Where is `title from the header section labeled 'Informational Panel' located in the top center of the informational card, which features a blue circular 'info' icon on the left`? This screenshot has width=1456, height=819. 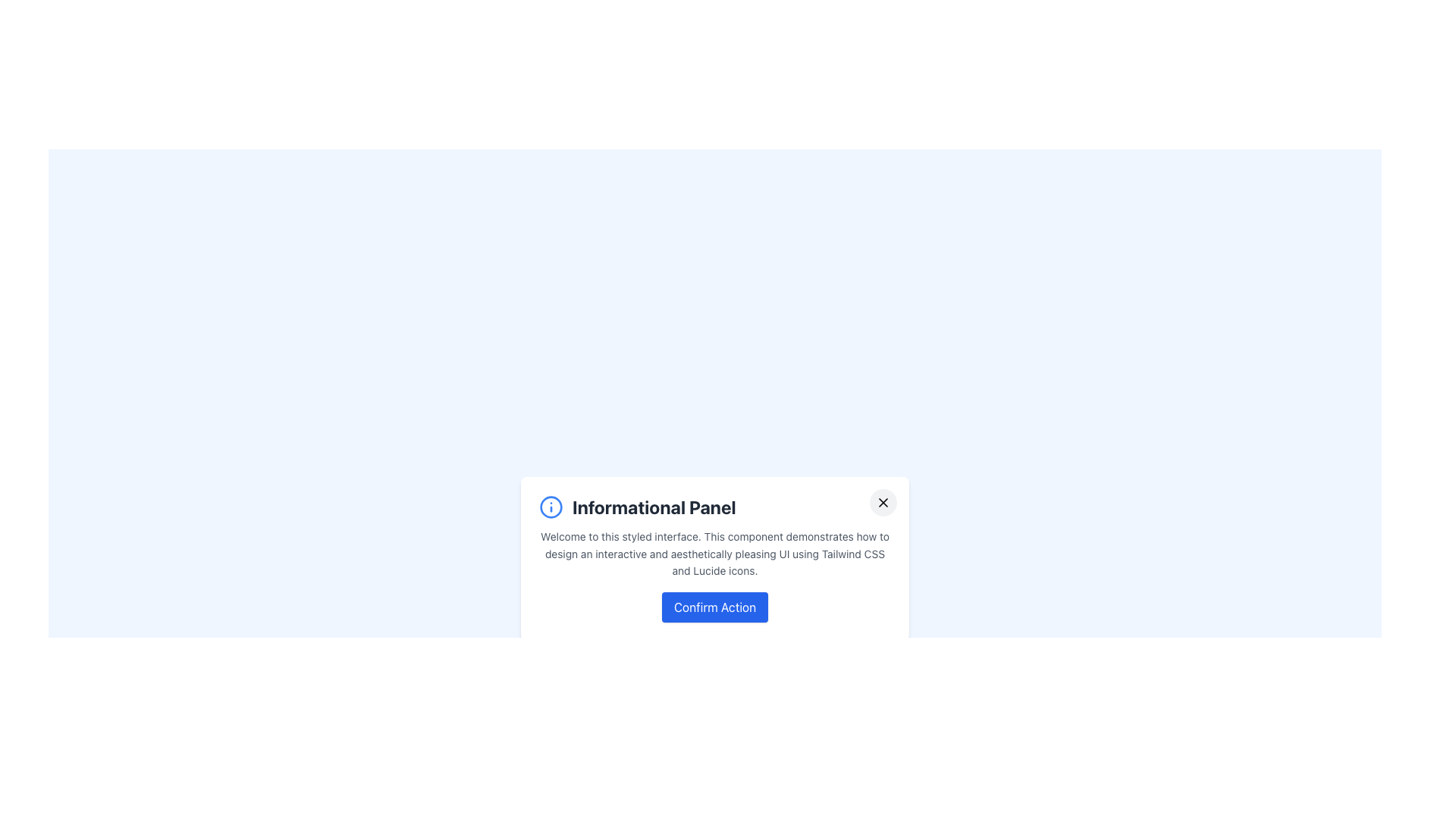
title from the header section labeled 'Informational Panel' located in the top center of the informational card, which features a blue circular 'info' icon on the left is located at coordinates (714, 506).